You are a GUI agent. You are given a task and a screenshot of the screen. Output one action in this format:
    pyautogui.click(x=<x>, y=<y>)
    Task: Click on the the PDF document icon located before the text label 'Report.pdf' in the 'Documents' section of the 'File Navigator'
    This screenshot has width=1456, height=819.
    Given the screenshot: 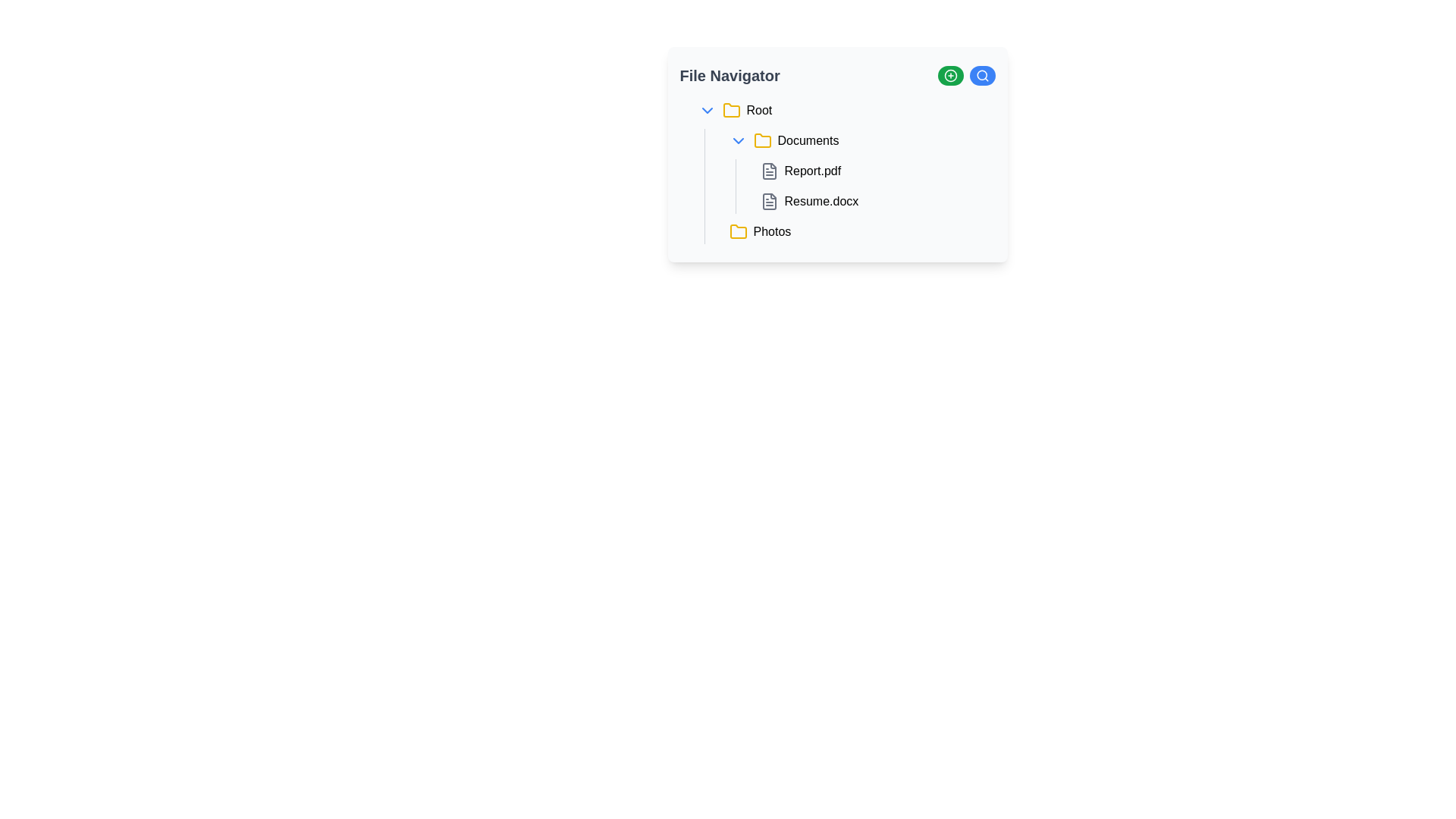 What is the action you would take?
    pyautogui.click(x=769, y=171)
    